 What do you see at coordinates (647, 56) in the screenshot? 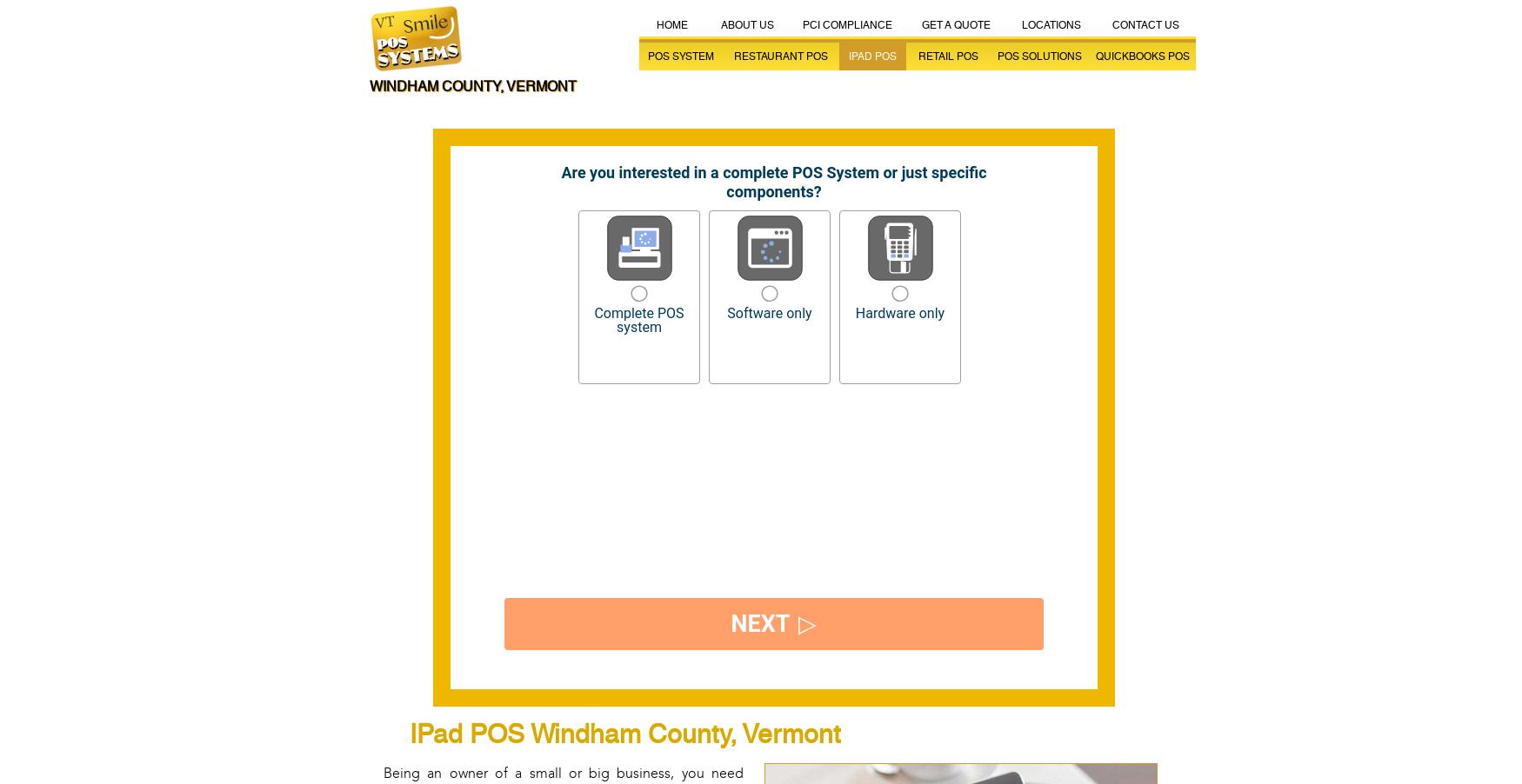
I see `'POS System'` at bounding box center [647, 56].